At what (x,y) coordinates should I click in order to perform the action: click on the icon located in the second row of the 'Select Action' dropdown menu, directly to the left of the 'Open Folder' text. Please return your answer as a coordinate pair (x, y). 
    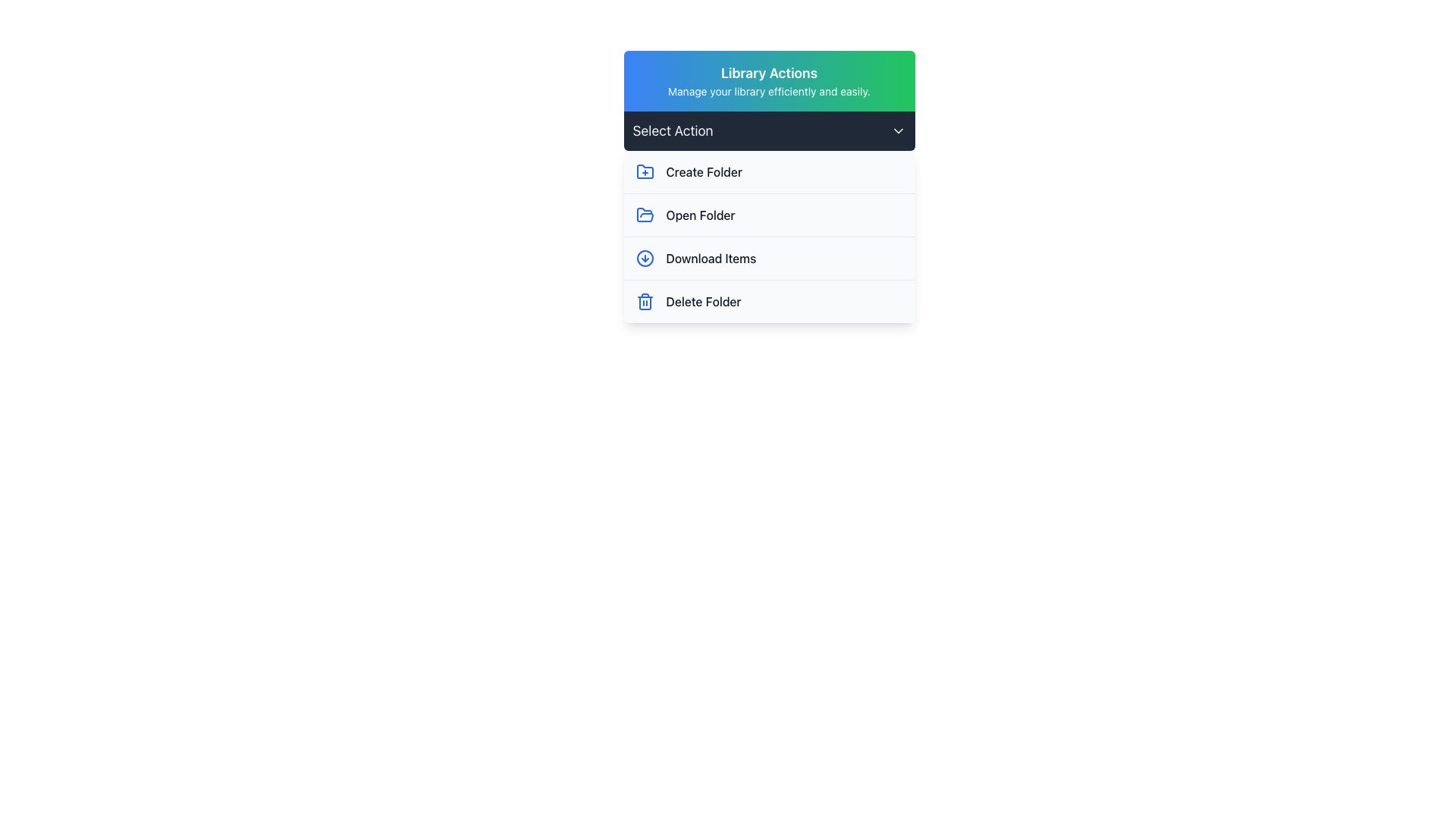
    Looking at the image, I should click on (645, 215).